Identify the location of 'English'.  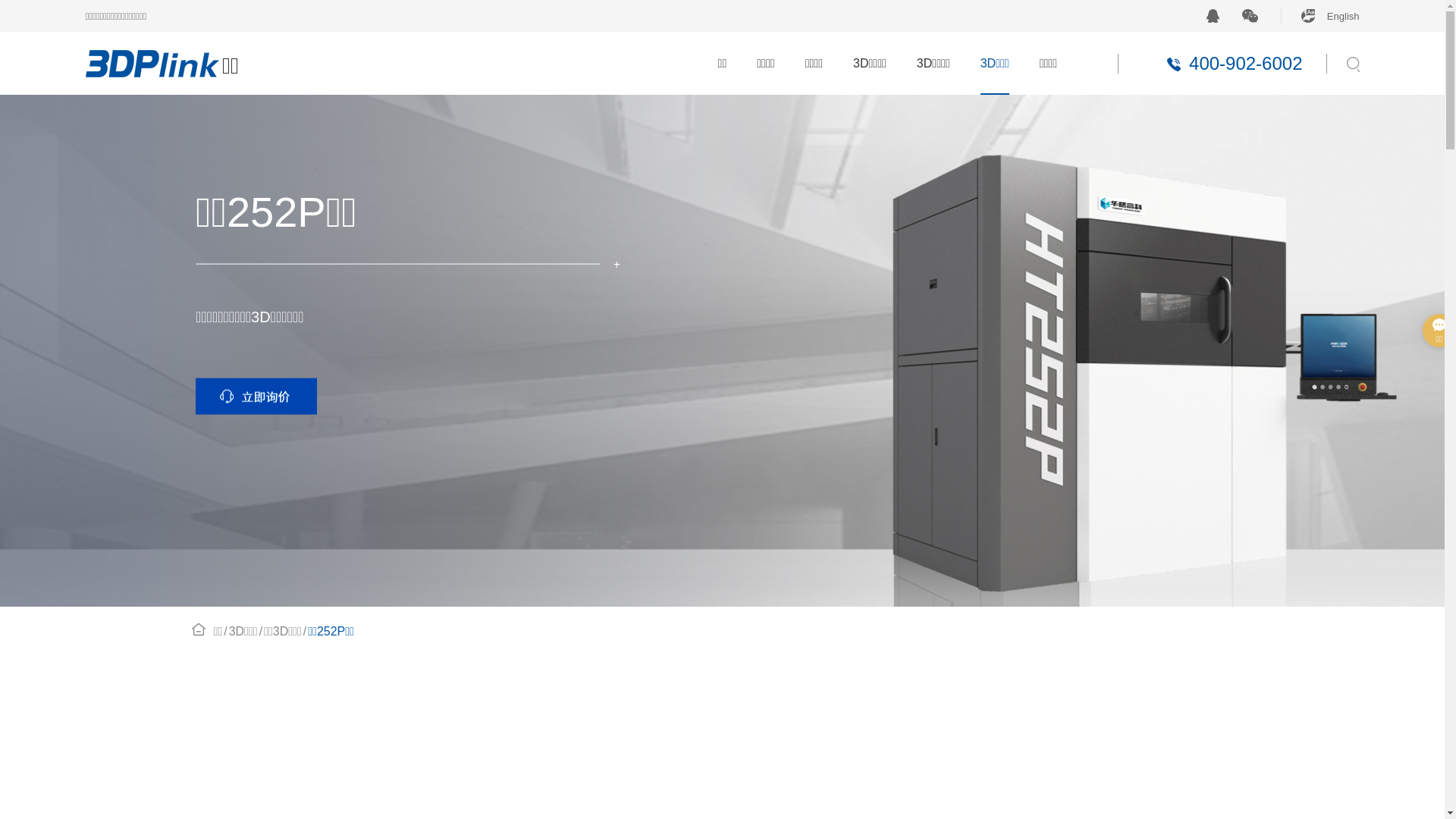
(1319, 15).